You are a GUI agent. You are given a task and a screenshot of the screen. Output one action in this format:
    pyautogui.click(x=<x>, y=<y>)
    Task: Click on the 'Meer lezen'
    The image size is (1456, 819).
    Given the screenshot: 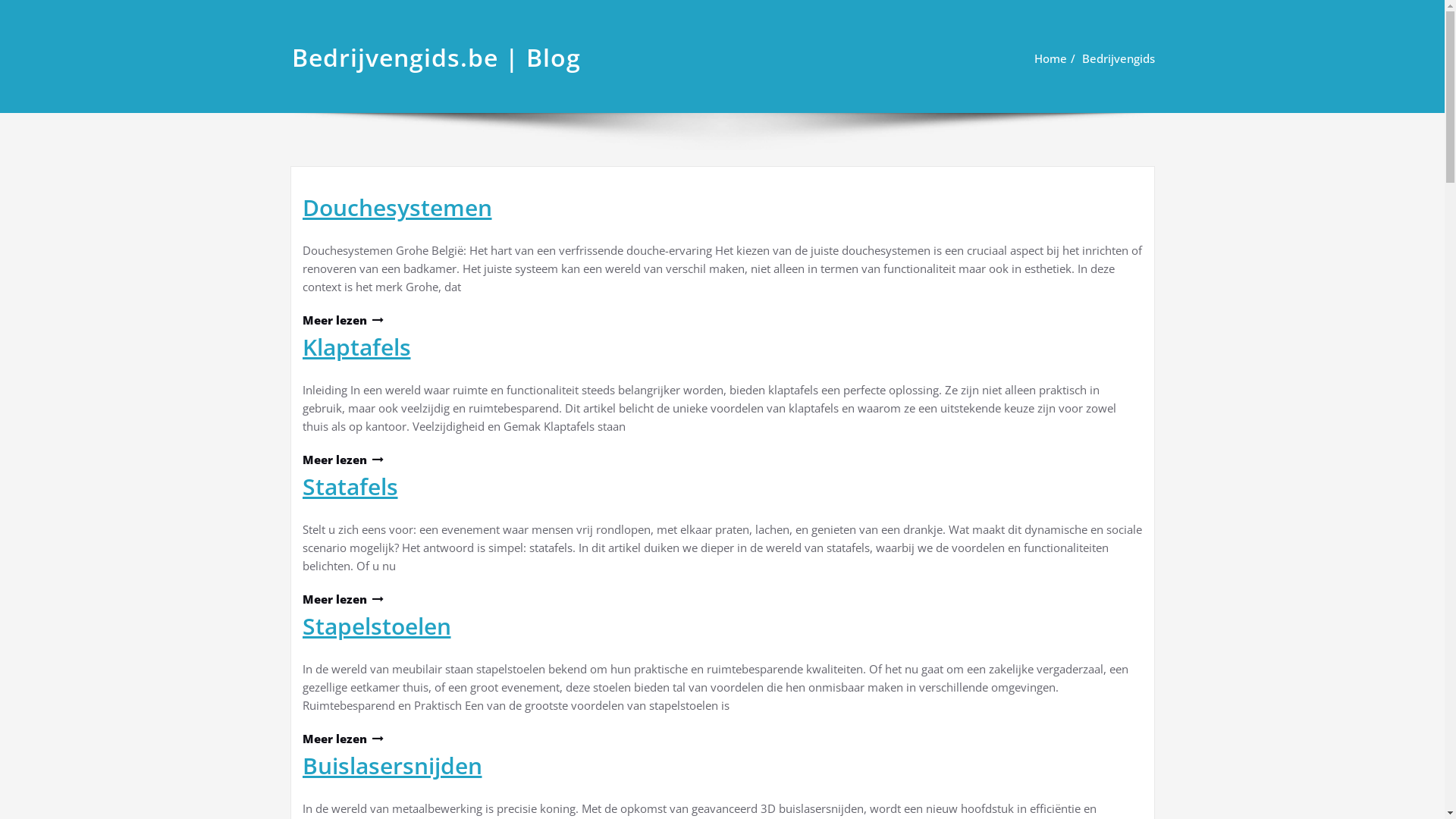 What is the action you would take?
    pyautogui.click(x=341, y=738)
    